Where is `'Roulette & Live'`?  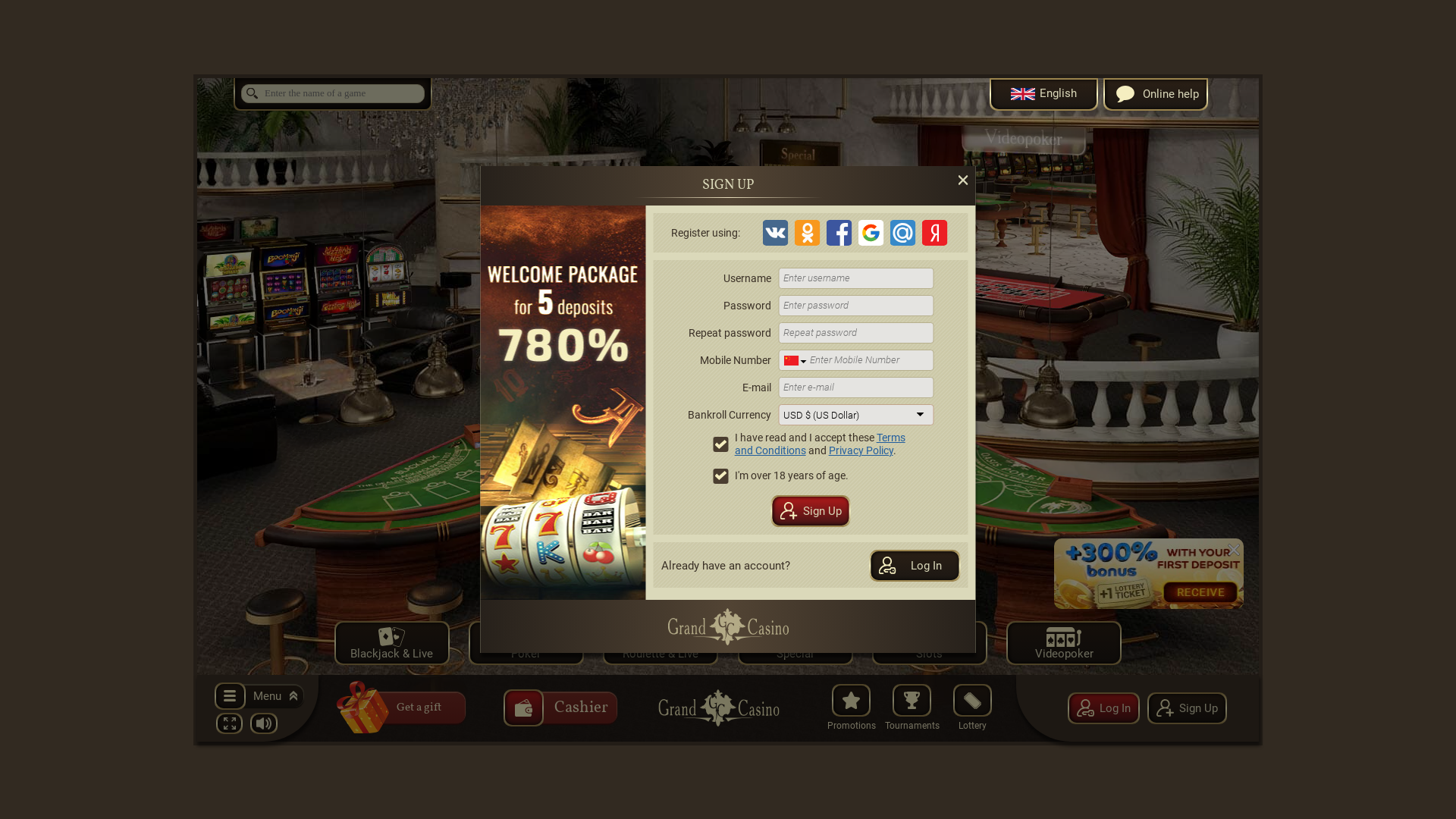 'Roulette & Live' is located at coordinates (660, 642).